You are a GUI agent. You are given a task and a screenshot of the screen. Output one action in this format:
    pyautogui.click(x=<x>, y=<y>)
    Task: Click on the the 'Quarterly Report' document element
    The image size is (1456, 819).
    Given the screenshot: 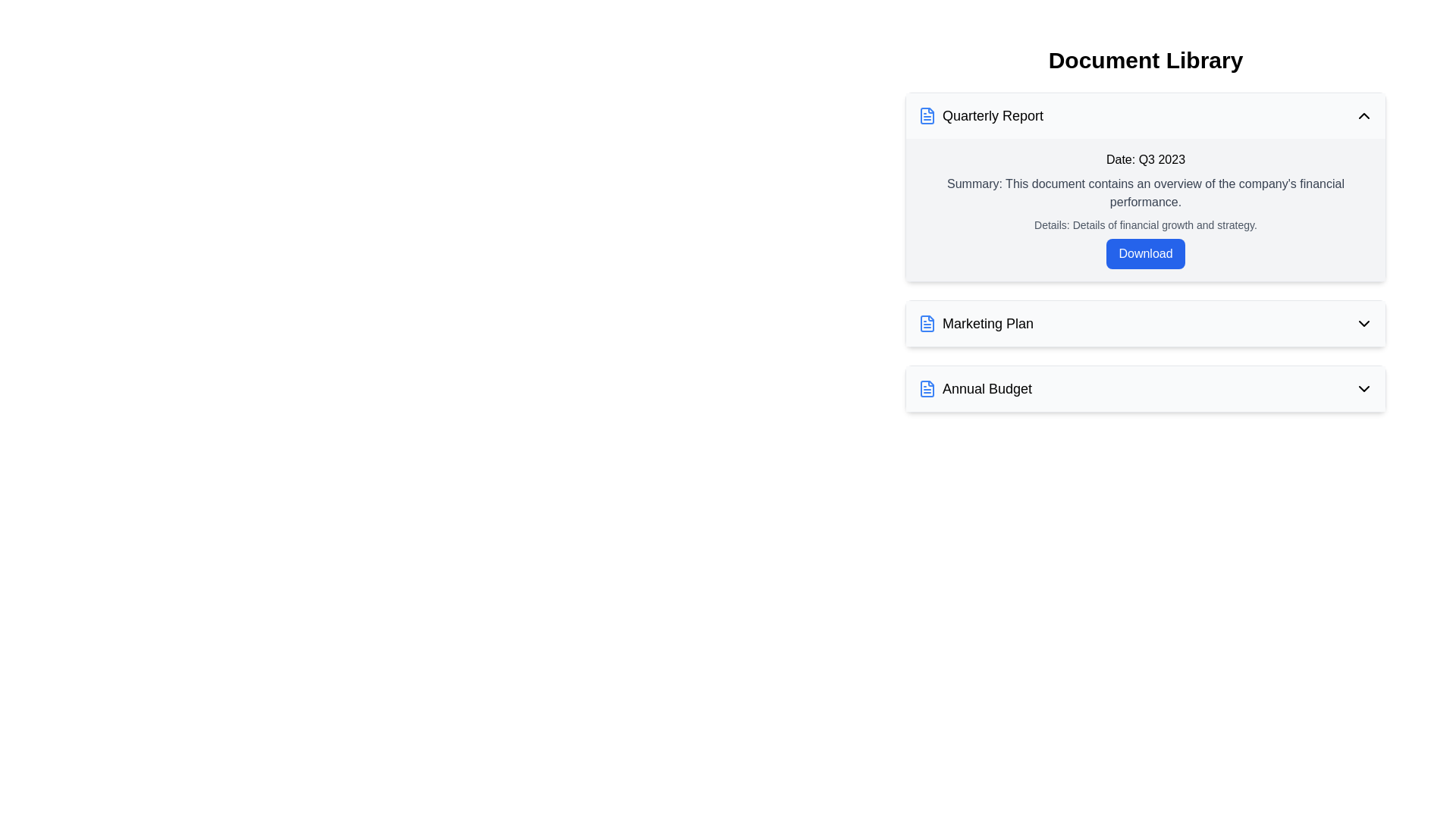 What is the action you would take?
    pyautogui.click(x=1146, y=251)
    